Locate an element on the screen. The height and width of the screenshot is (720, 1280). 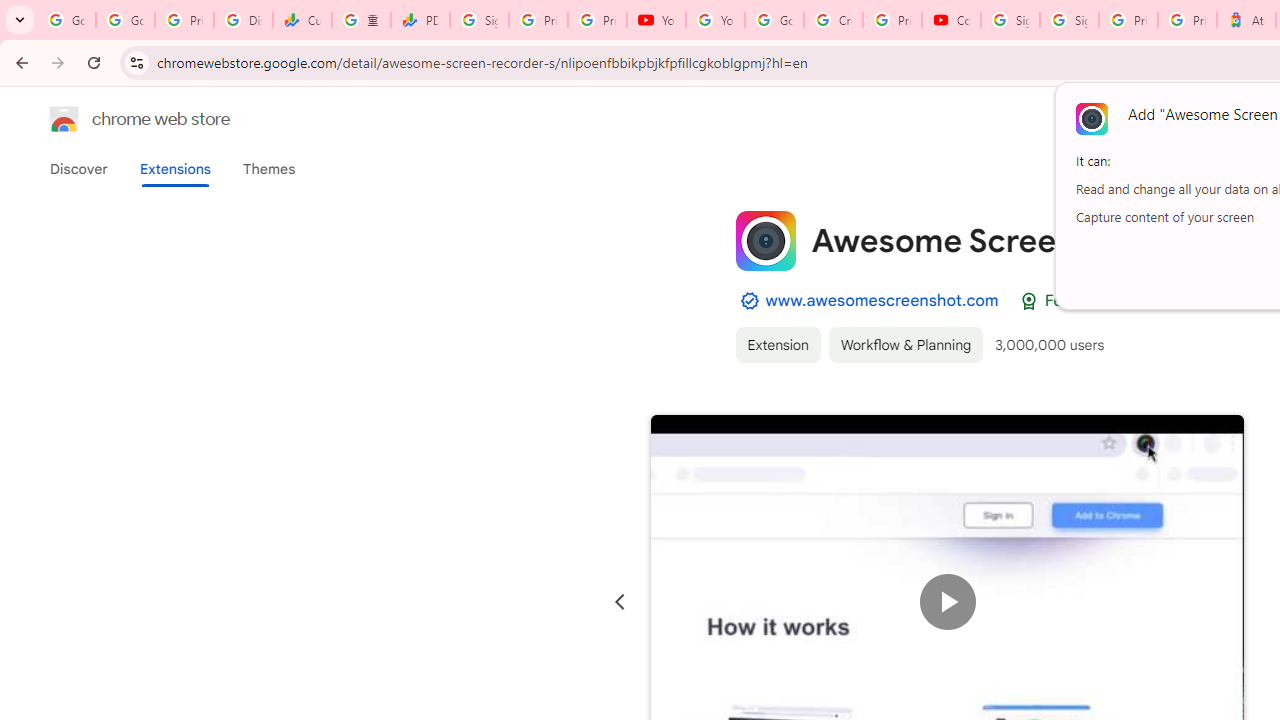
'Currencies - Google Finance' is located at coordinates (301, 20).